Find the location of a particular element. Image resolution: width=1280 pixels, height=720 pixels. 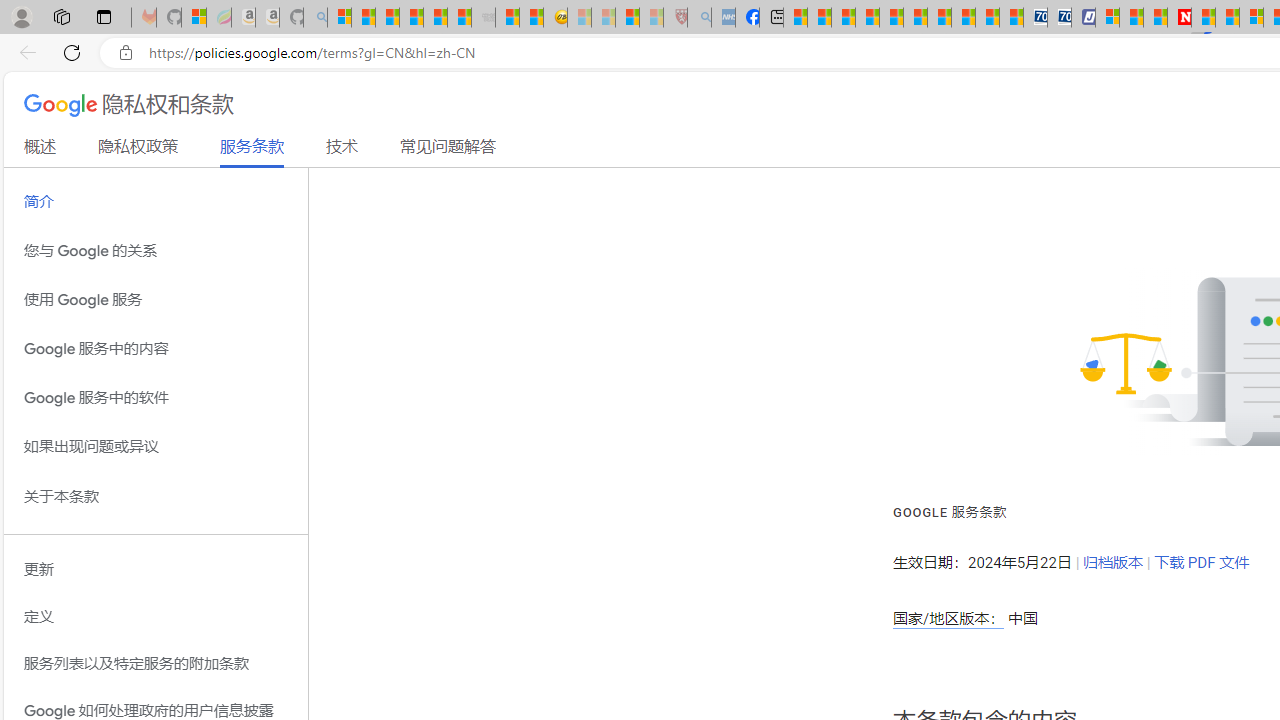

'Climate Damage Becomes Too Severe To Reverse' is located at coordinates (867, 17).